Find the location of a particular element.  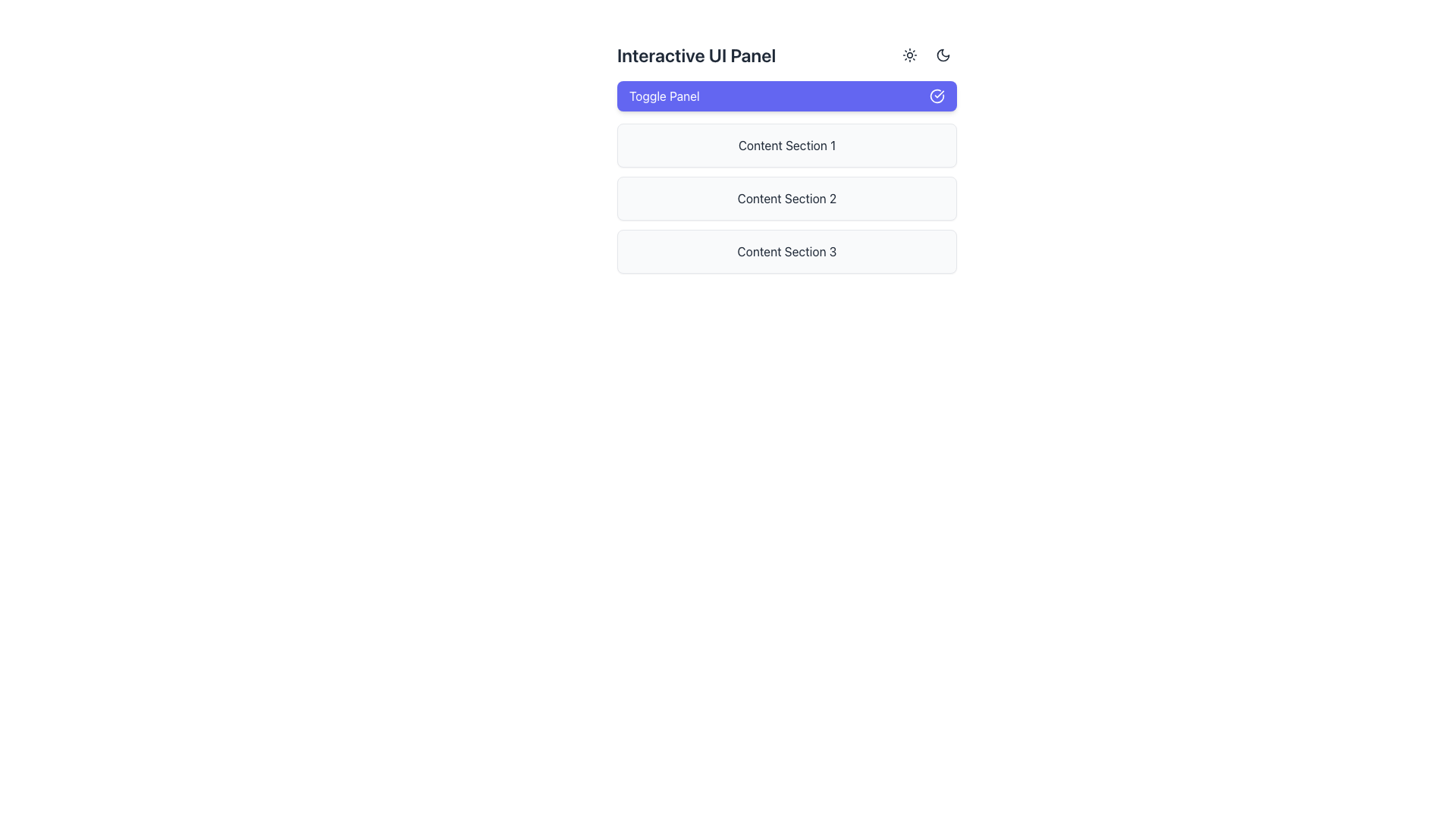

the 'Content Section 2' label which displays centered black text, located below 'Content Section 1' is located at coordinates (786, 198).